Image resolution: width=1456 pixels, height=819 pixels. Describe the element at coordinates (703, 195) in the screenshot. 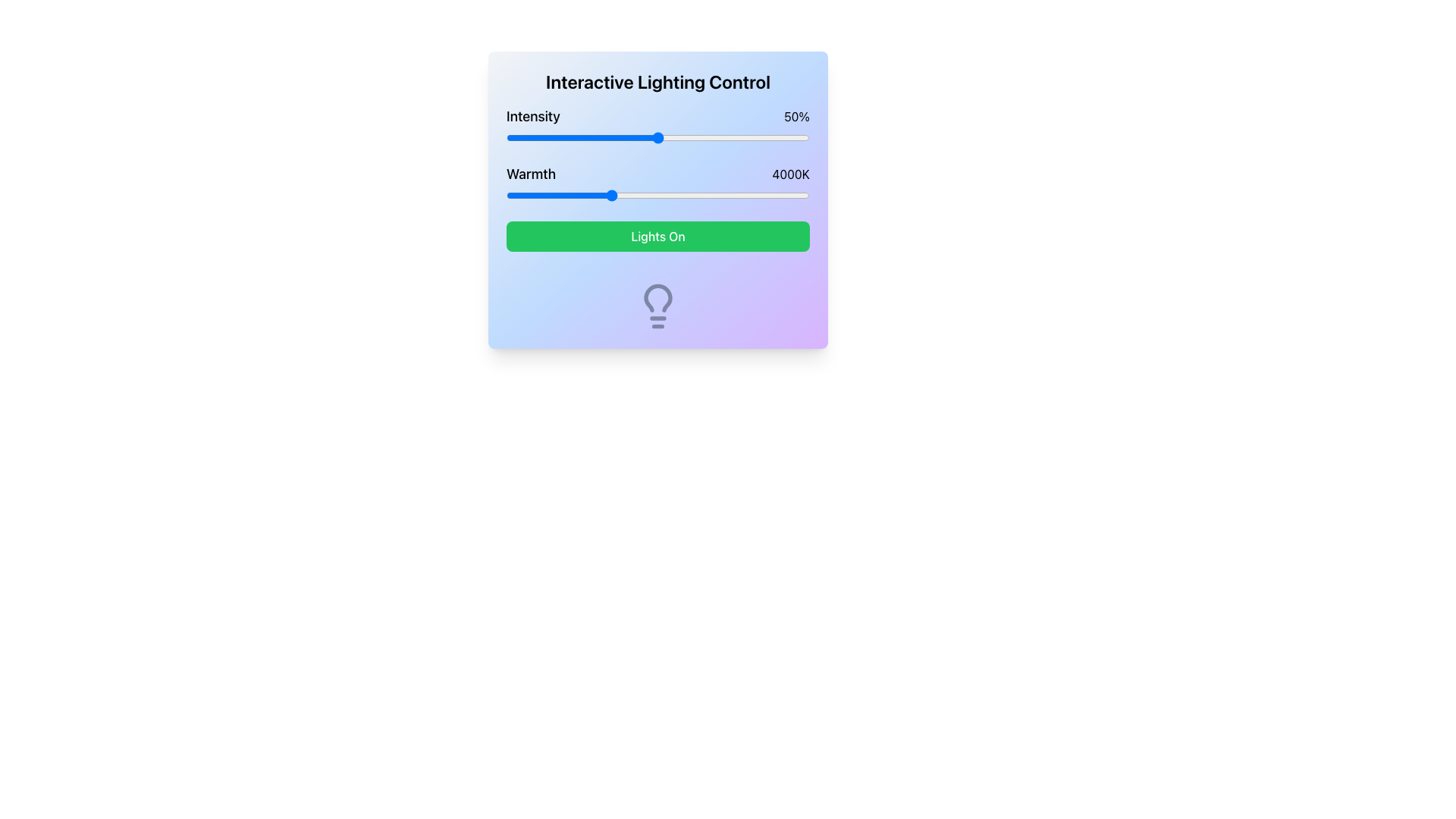

I see `warmth` at that location.